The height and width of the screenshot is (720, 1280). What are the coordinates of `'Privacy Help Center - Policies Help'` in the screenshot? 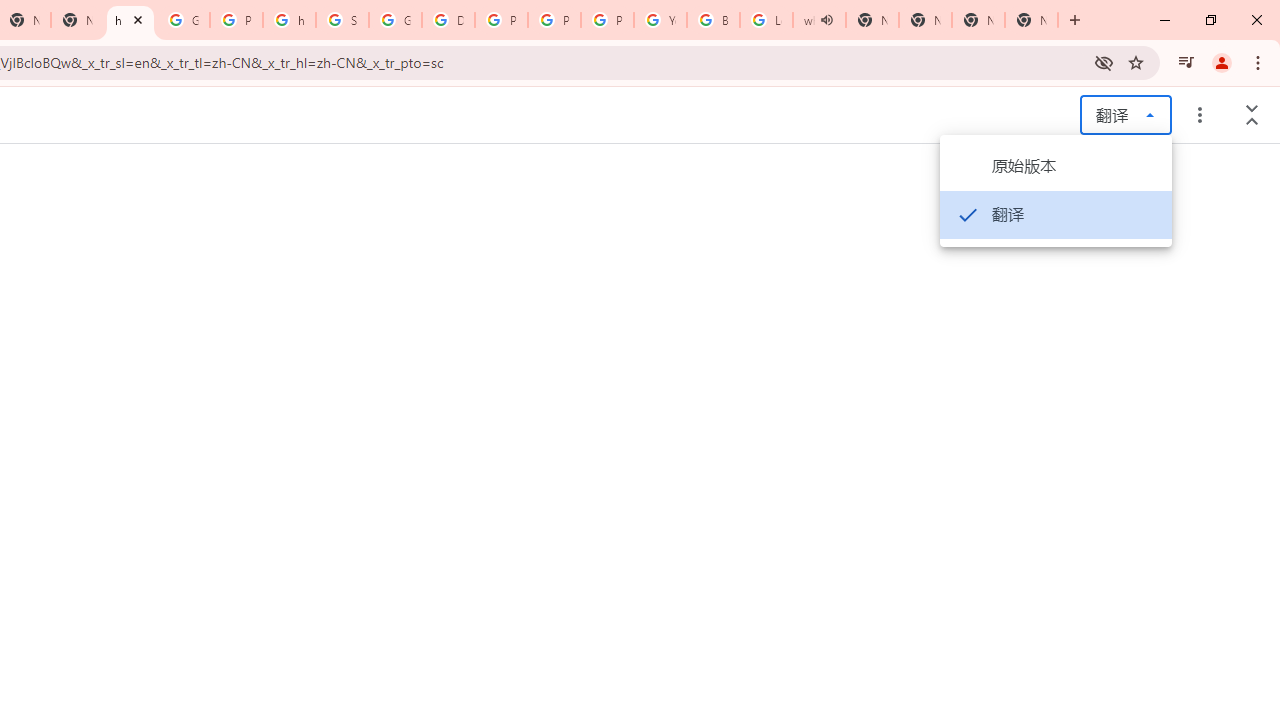 It's located at (554, 20).